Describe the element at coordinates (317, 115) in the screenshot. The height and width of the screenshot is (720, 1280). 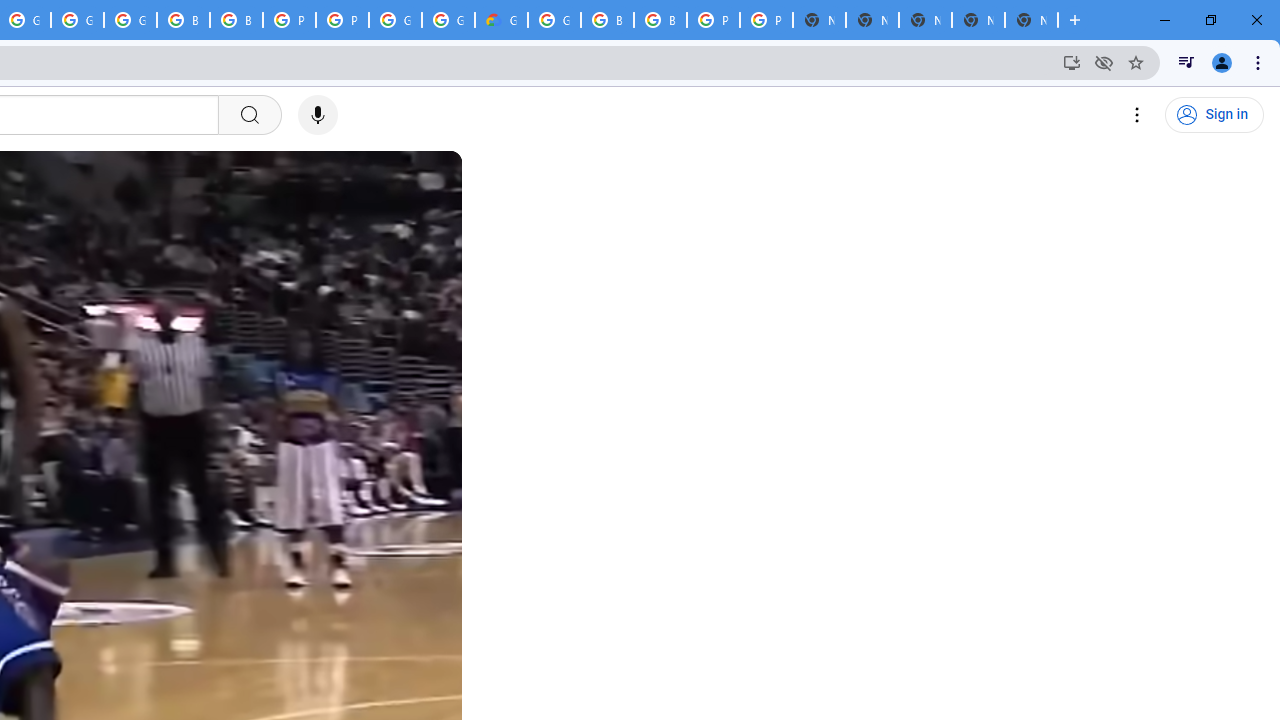
I see `'Search with your voice'` at that location.